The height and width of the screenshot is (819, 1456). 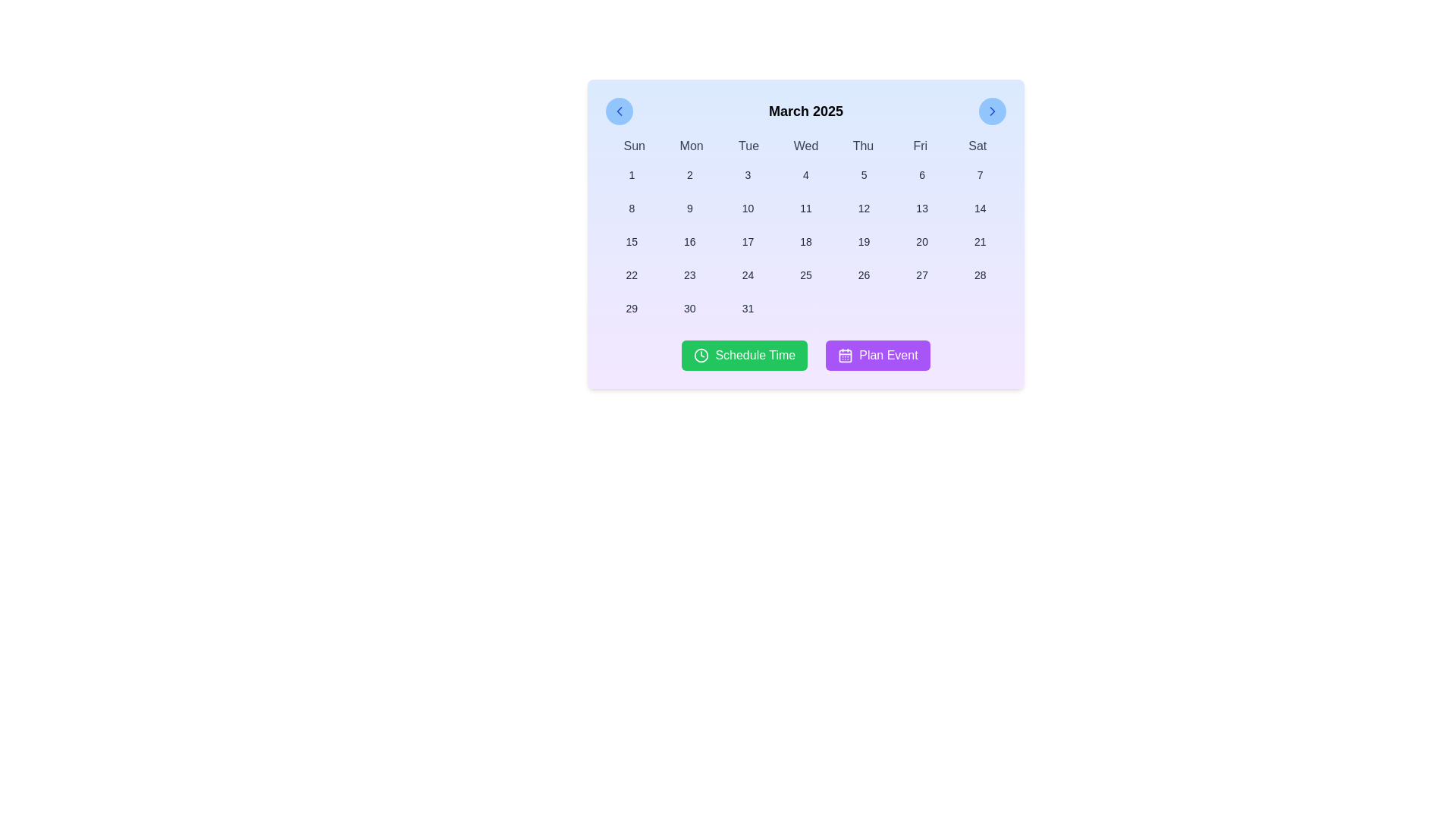 What do you see at coordinates (864, 241) in the screenshot?
I see `the button labeled '19' in the calendar grid for March 2025` at bounding box center [864, 241].